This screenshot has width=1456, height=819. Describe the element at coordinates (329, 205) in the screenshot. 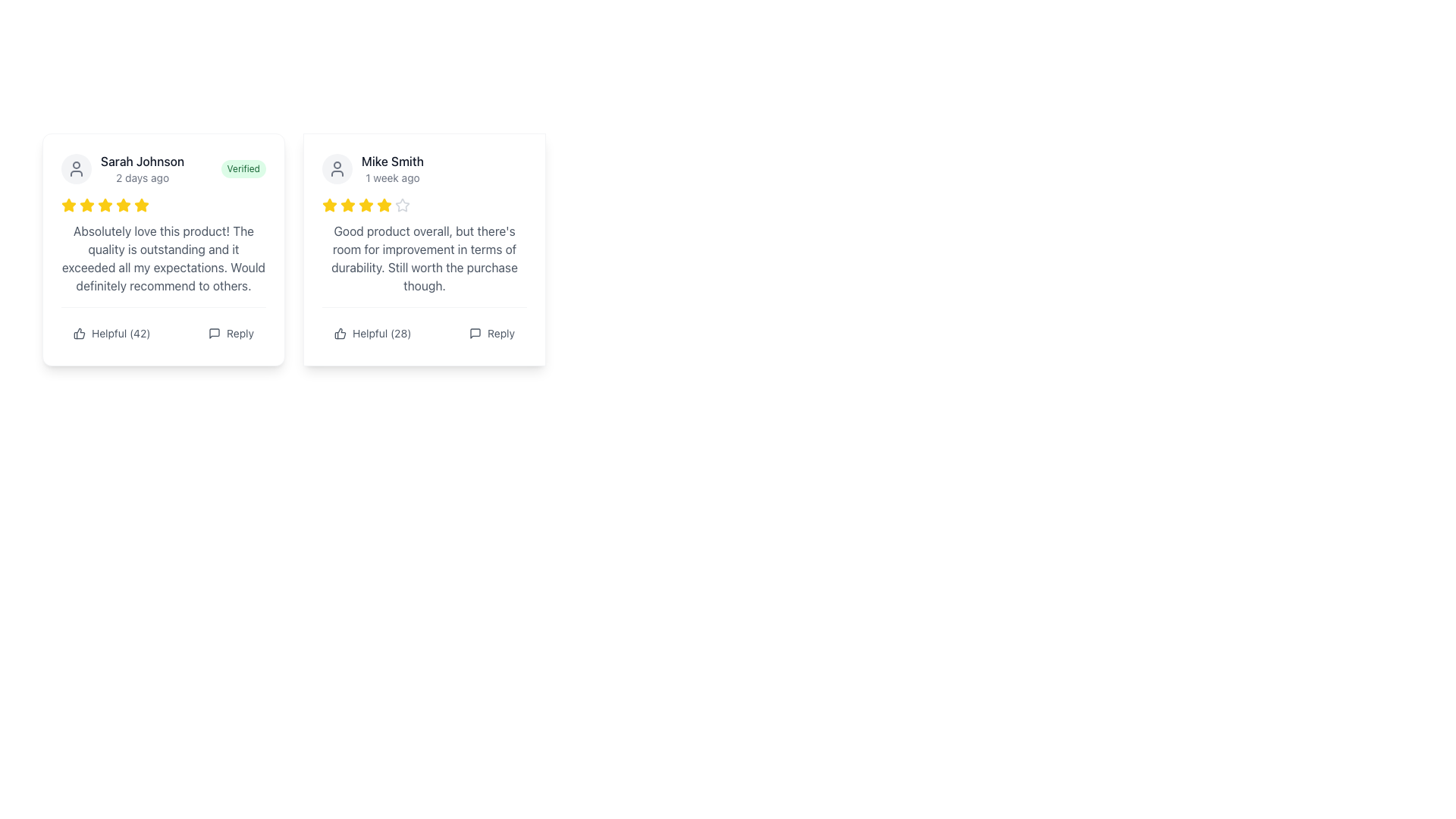

I see `the star icon representing the user's rating for the product, located on the right card under 'Mike Smith', which is the first star in a five-star rating system` at that location.